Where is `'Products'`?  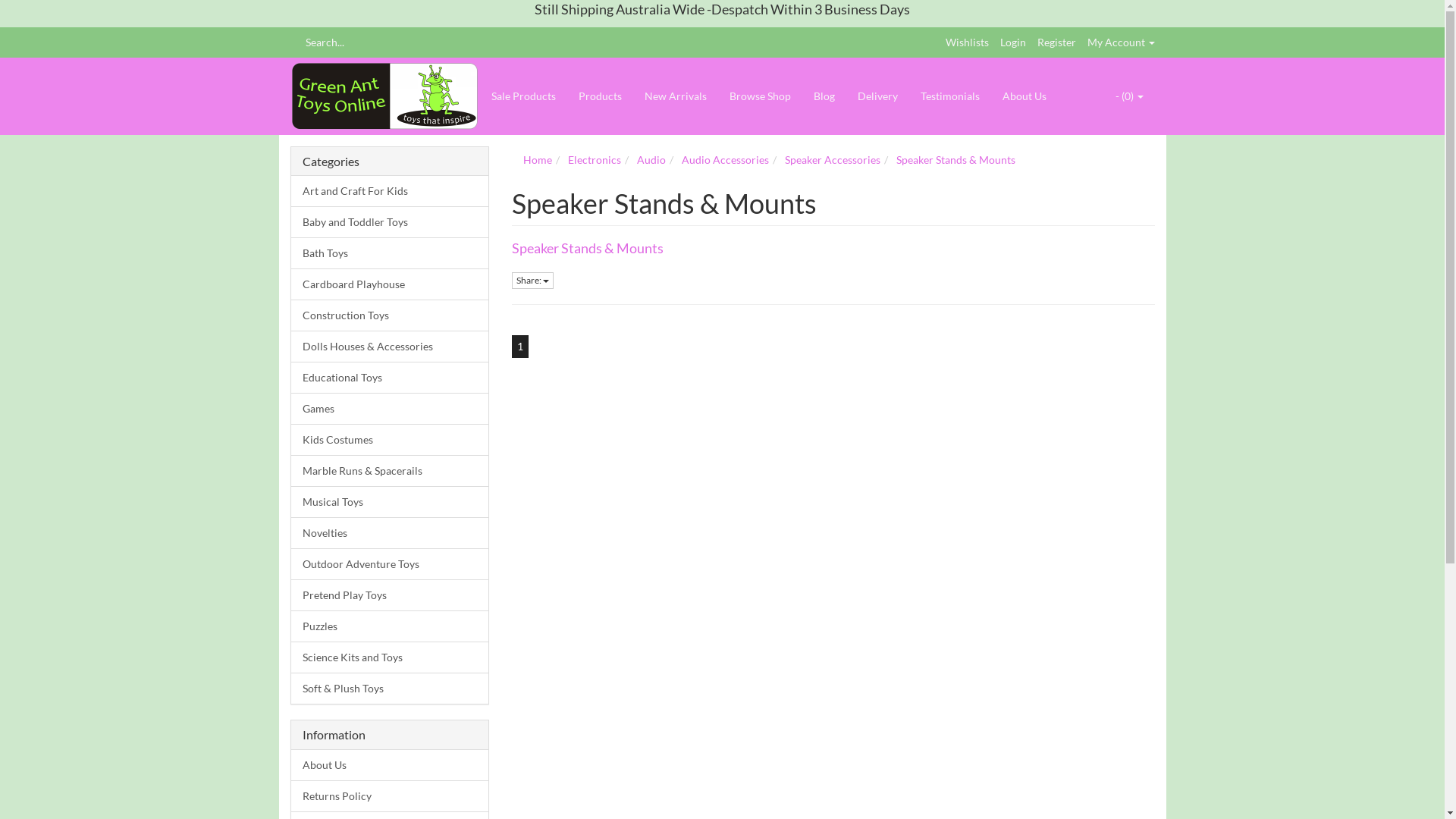
'Products' is located at coordinates (566, 96).